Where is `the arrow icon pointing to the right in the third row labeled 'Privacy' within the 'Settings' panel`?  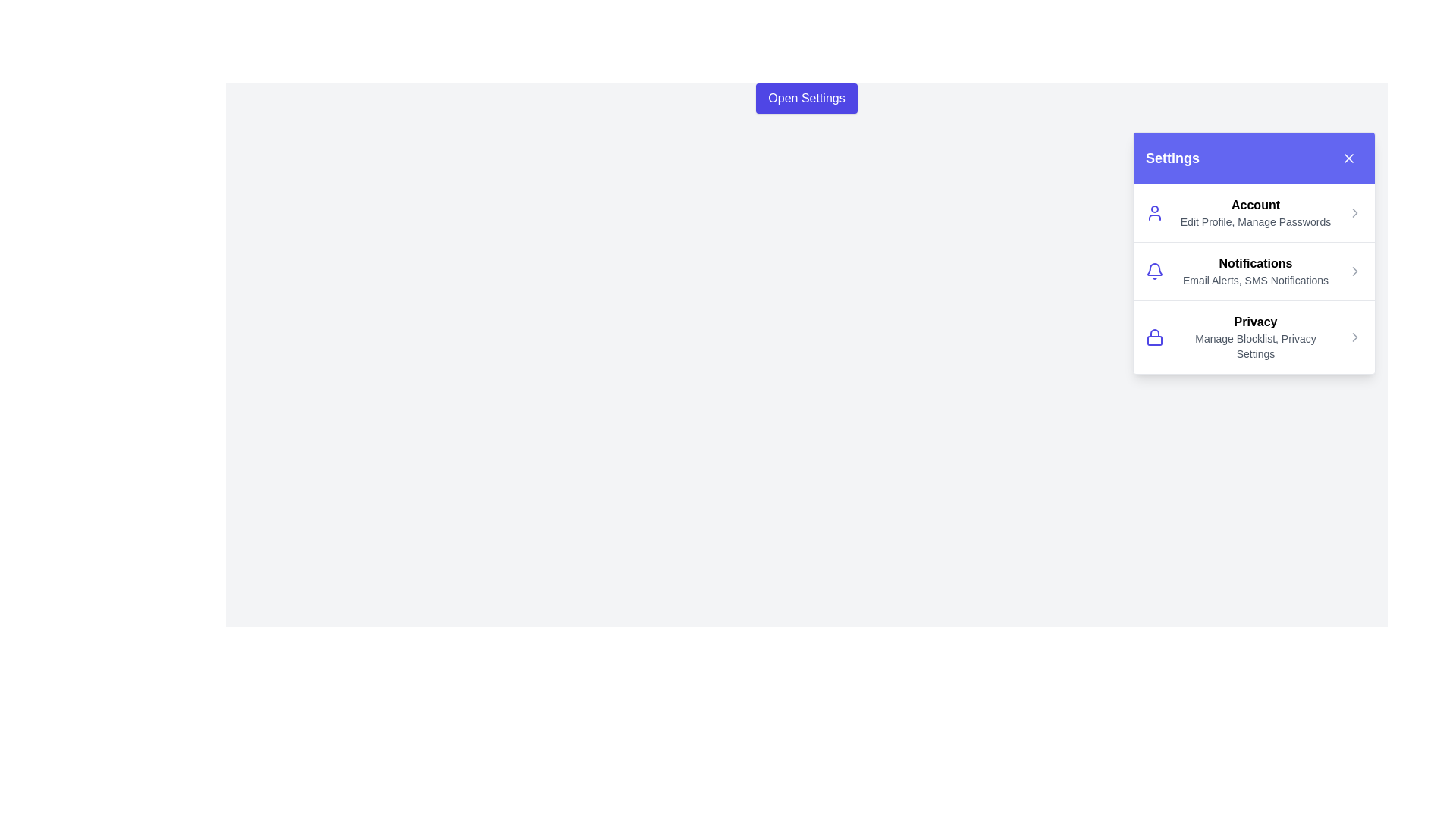 the arrow icon pointing to the right in the third row labeled 'Privacy' within the 'Settings' panel is located at coordinates (1354, 336).